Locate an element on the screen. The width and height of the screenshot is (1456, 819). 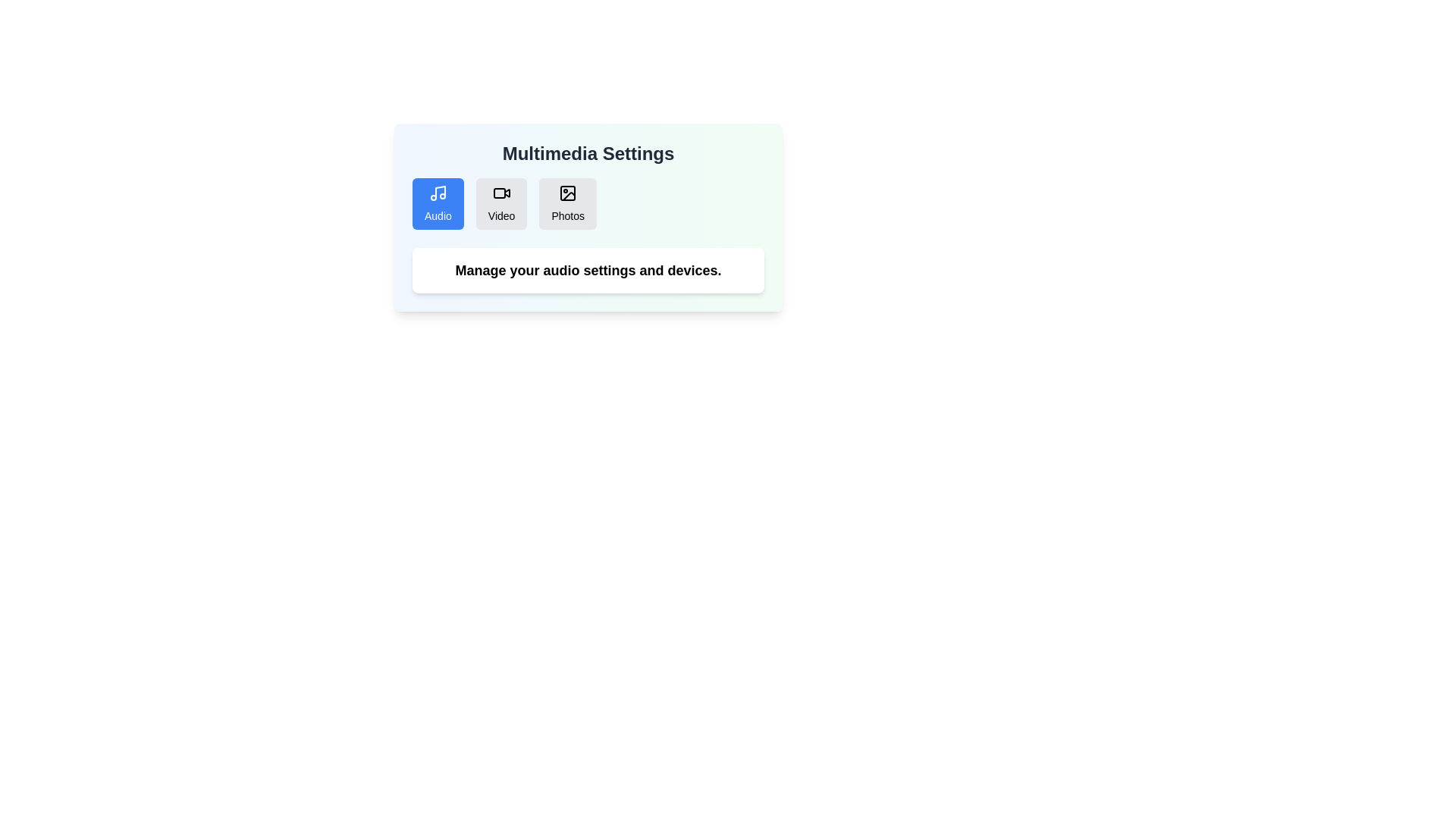
the third button in the row under 'Multimedia Settings' is located at coordinates (567, 203).